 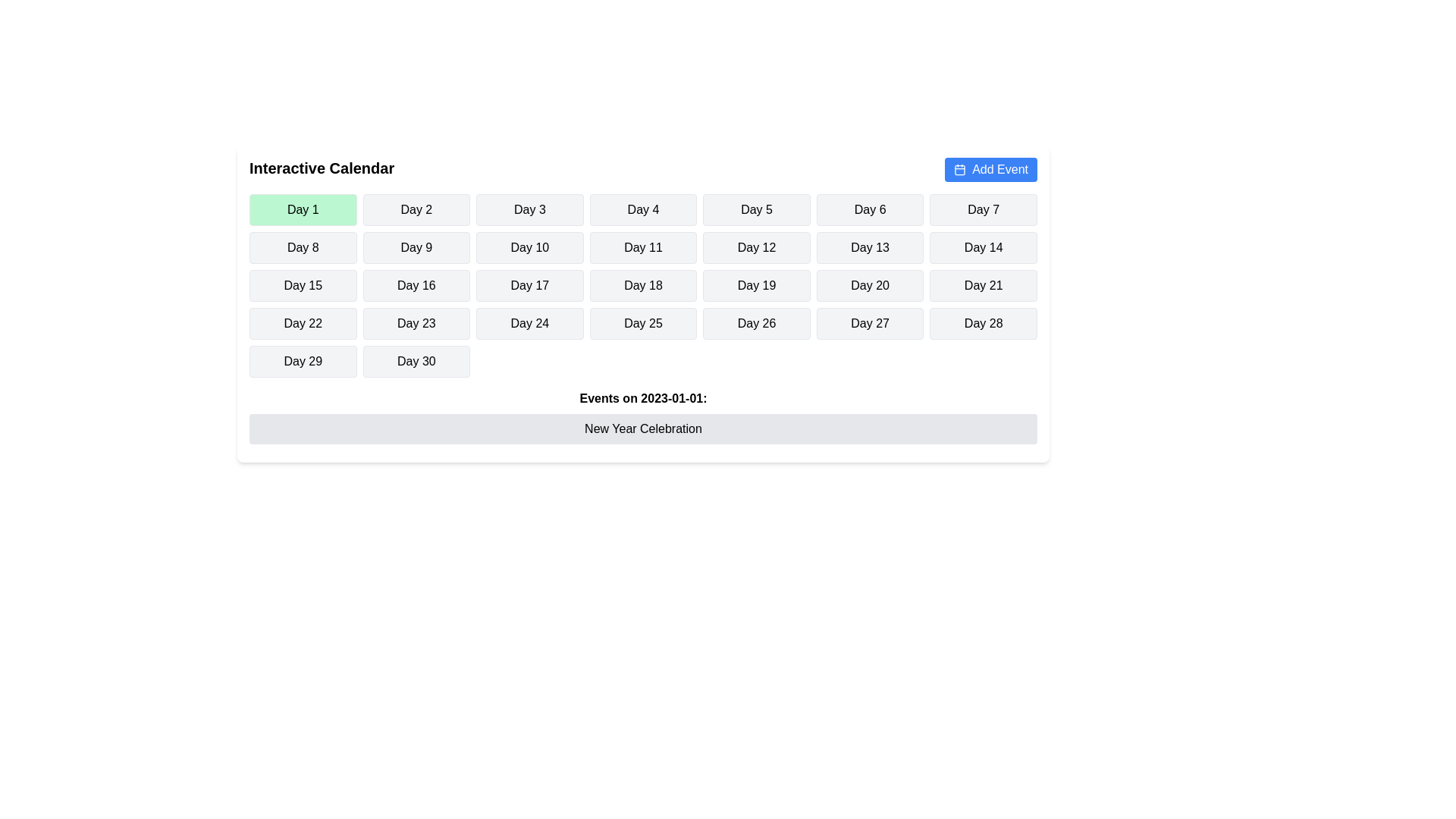 I want to click on the button representing 'Day 23' in the calendar grid, so click(x=416, y=323).